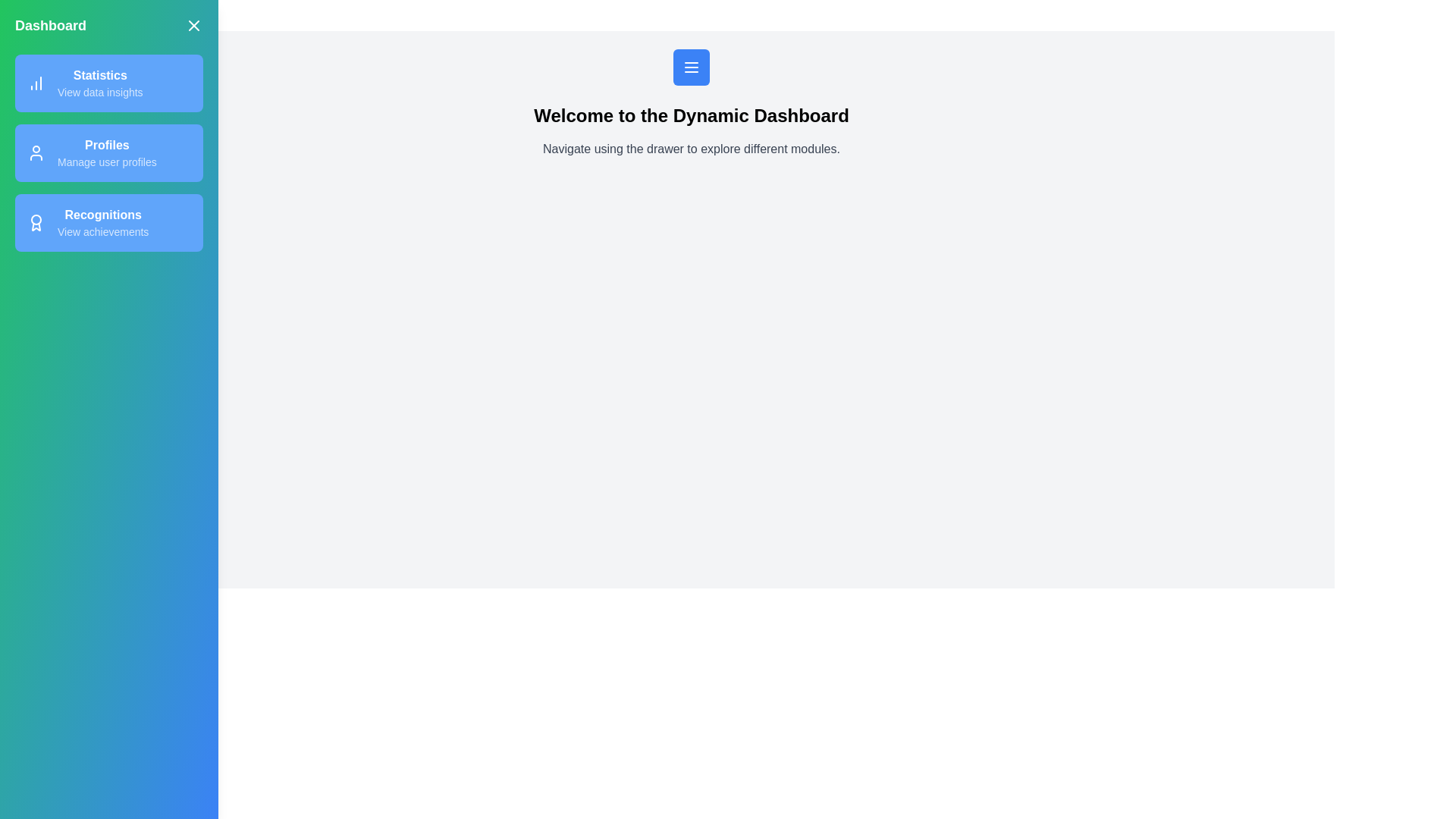 This screenshot has width=1456, height=819. I want to click on menu button to open the drawer, so click(691, 66).